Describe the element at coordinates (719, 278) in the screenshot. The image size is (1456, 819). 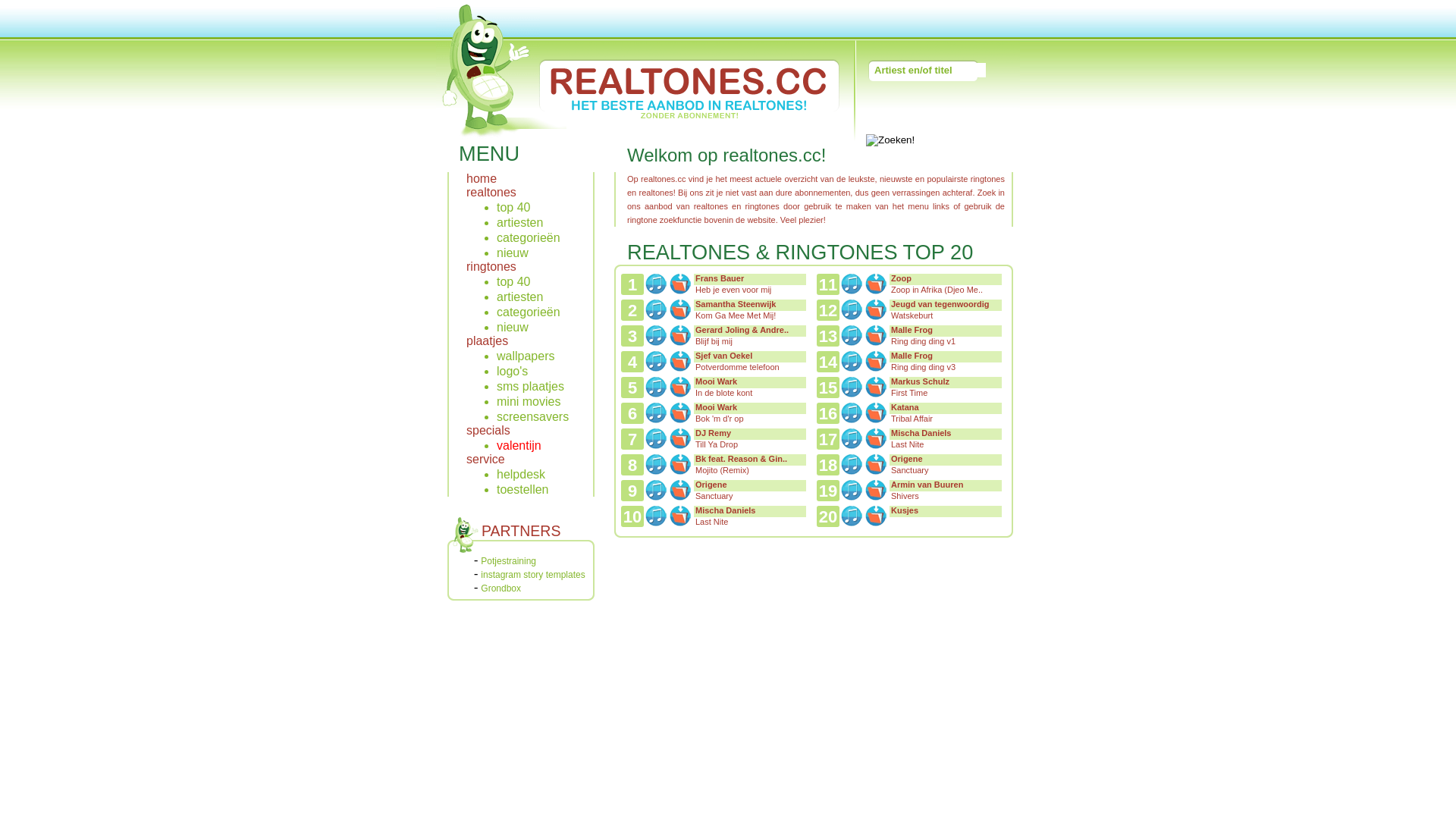
I see `'Frans Bauer'` at that location.